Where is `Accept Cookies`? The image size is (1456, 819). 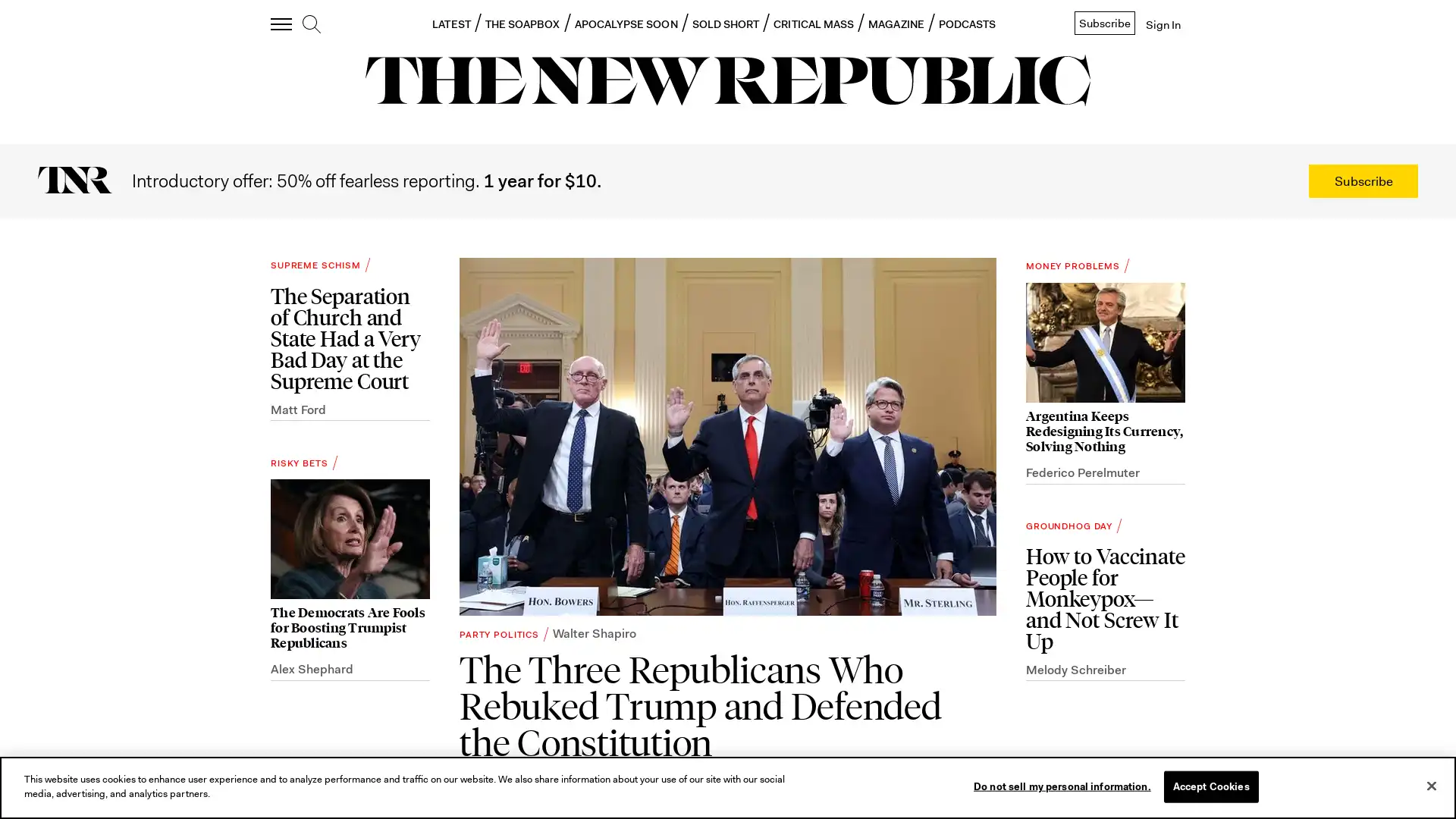
Accept Cookies is located at coordinates (1210, 786).